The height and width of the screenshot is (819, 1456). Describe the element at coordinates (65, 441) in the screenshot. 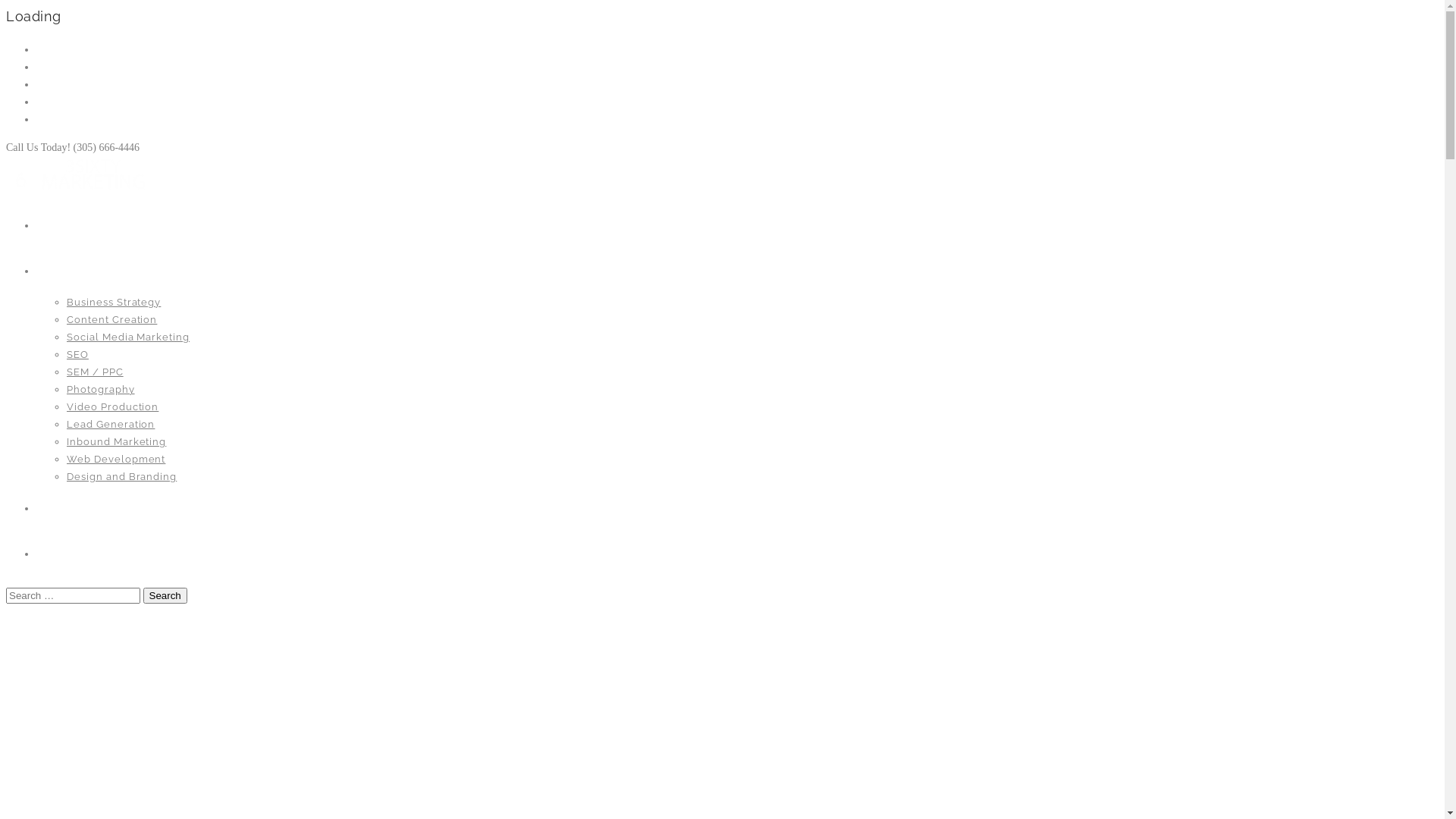

I see `'Inbound Marketing'` at that location.